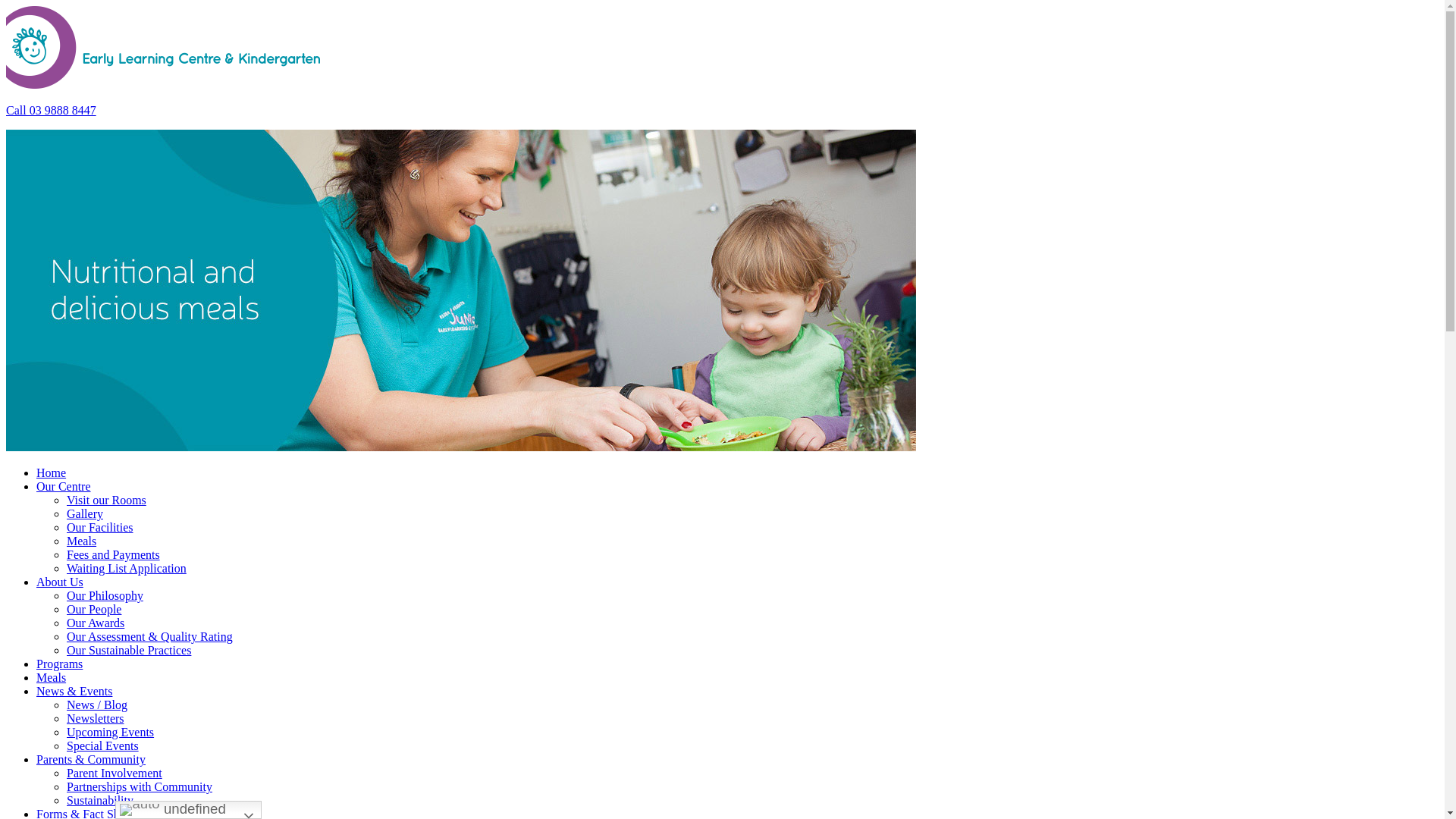 The image size is (1456, 819). What do you see at coordinates (51, 676) in the screenshot?
I see `'Meals'` at bounding box center [51, 676].